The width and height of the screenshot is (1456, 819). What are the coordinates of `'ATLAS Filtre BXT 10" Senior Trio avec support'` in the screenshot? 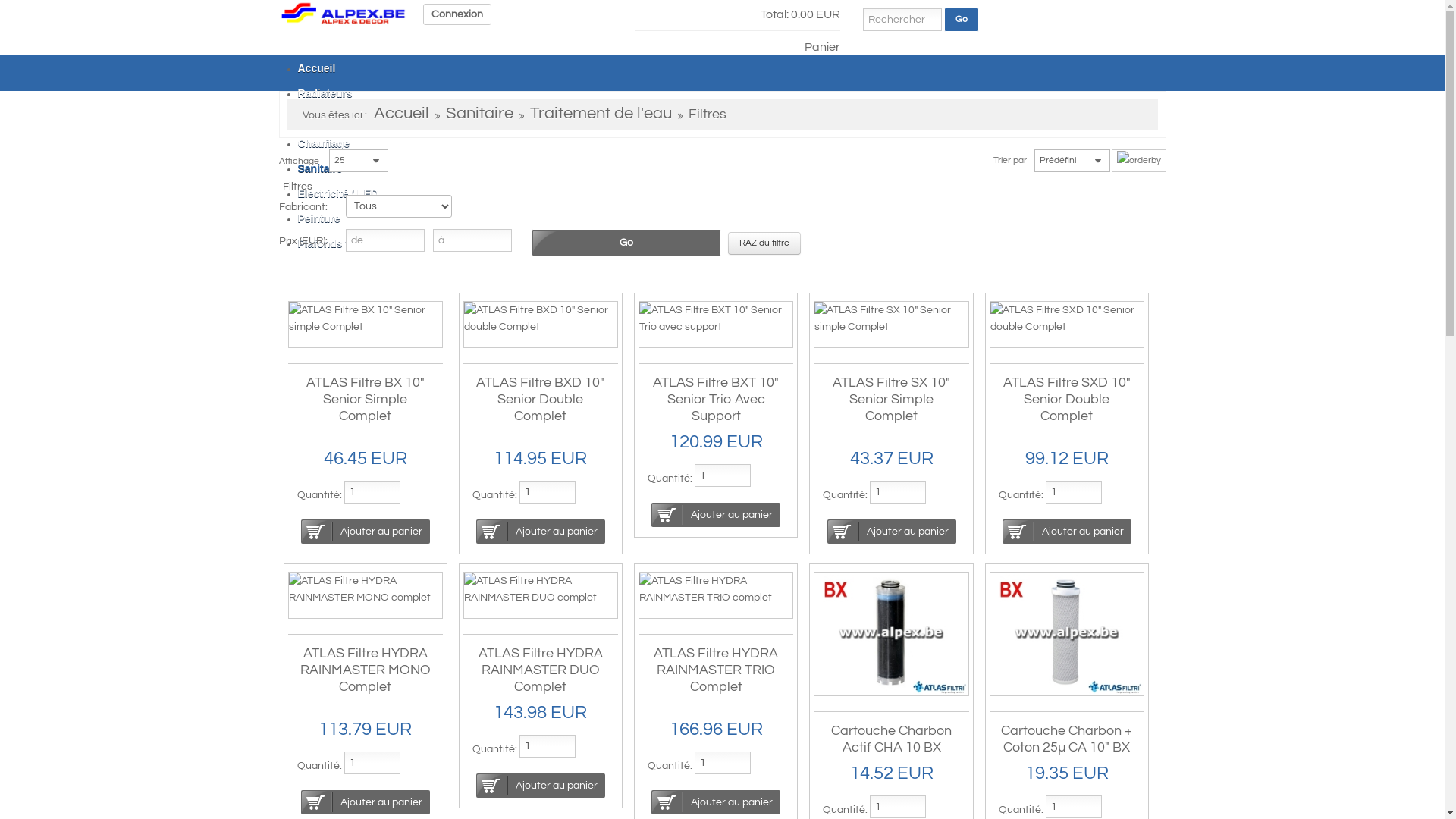 It's located at (639, 318).